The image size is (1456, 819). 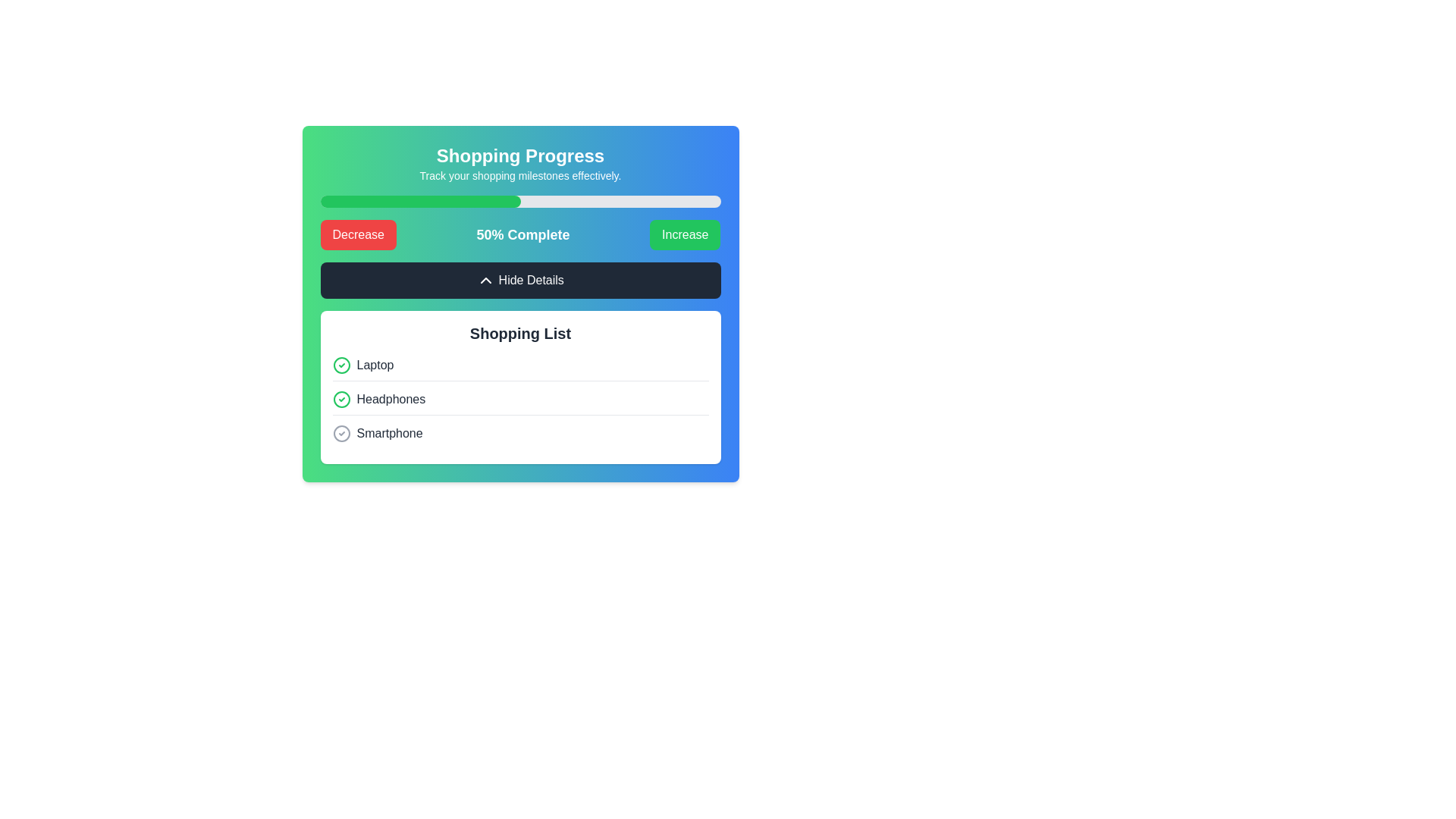 I want to click on the small circular green icon with a checkmark that indicates a completed task, located to the immediate left of the 'Laptop' label in the 'Shopping List' section, so click(x=340, y=366).